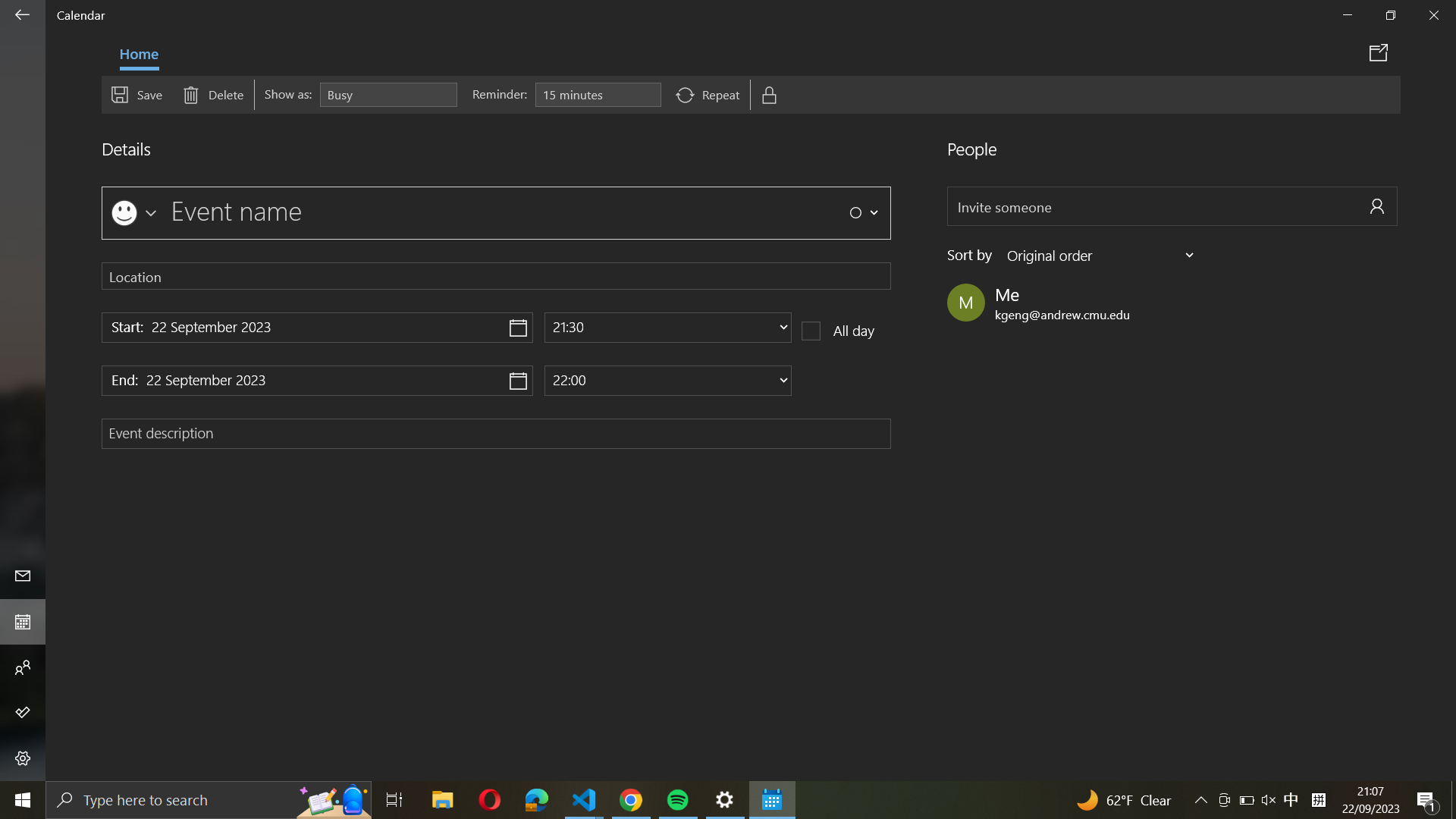  What do you see at coordinates (1102, 254) in the screenshot?
I see `Rearrange event participants according to surname` at bounding box center [1102, 254].